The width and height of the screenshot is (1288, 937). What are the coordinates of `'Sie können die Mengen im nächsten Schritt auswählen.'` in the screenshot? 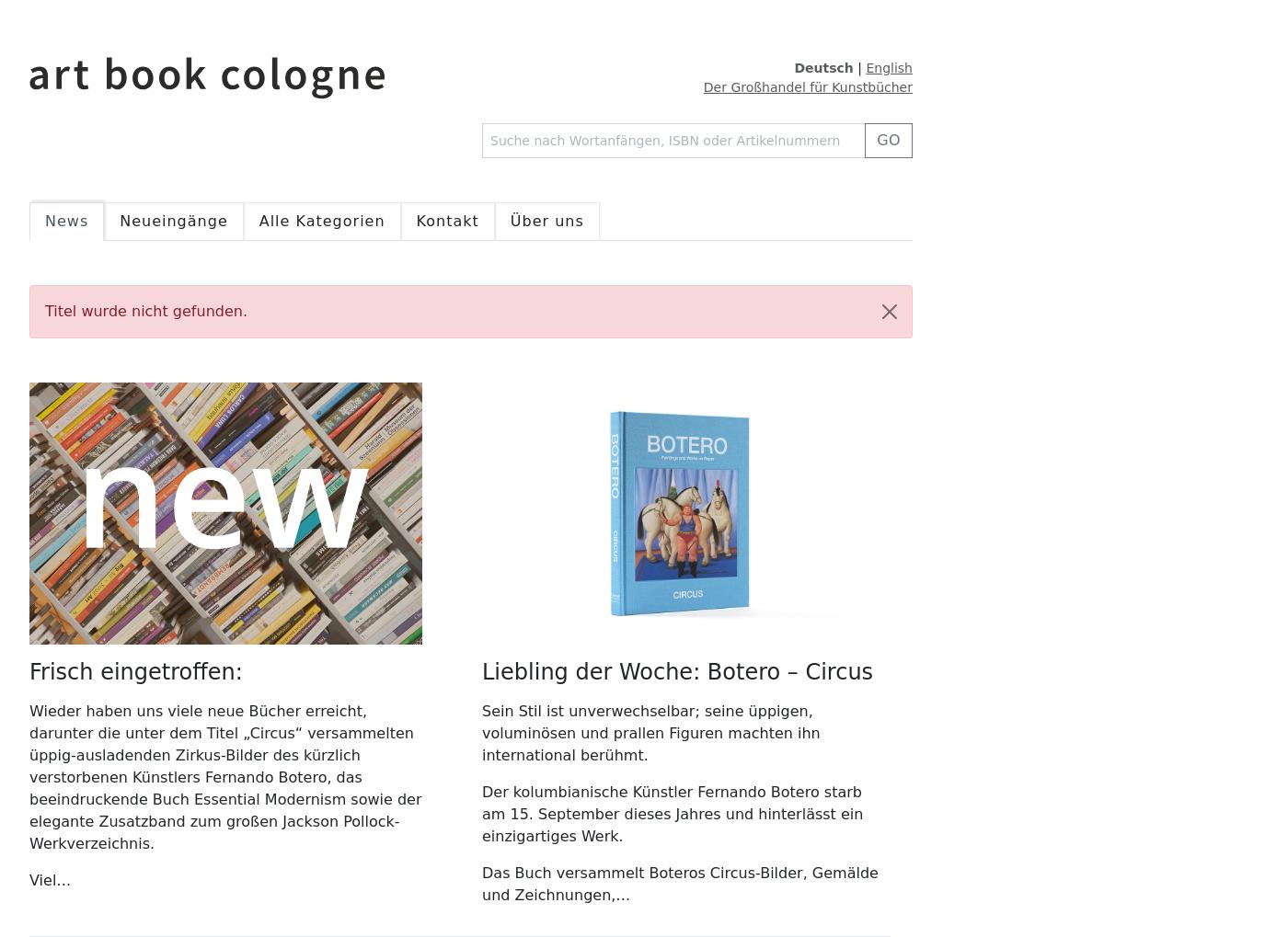 It's located at (1119, 617).